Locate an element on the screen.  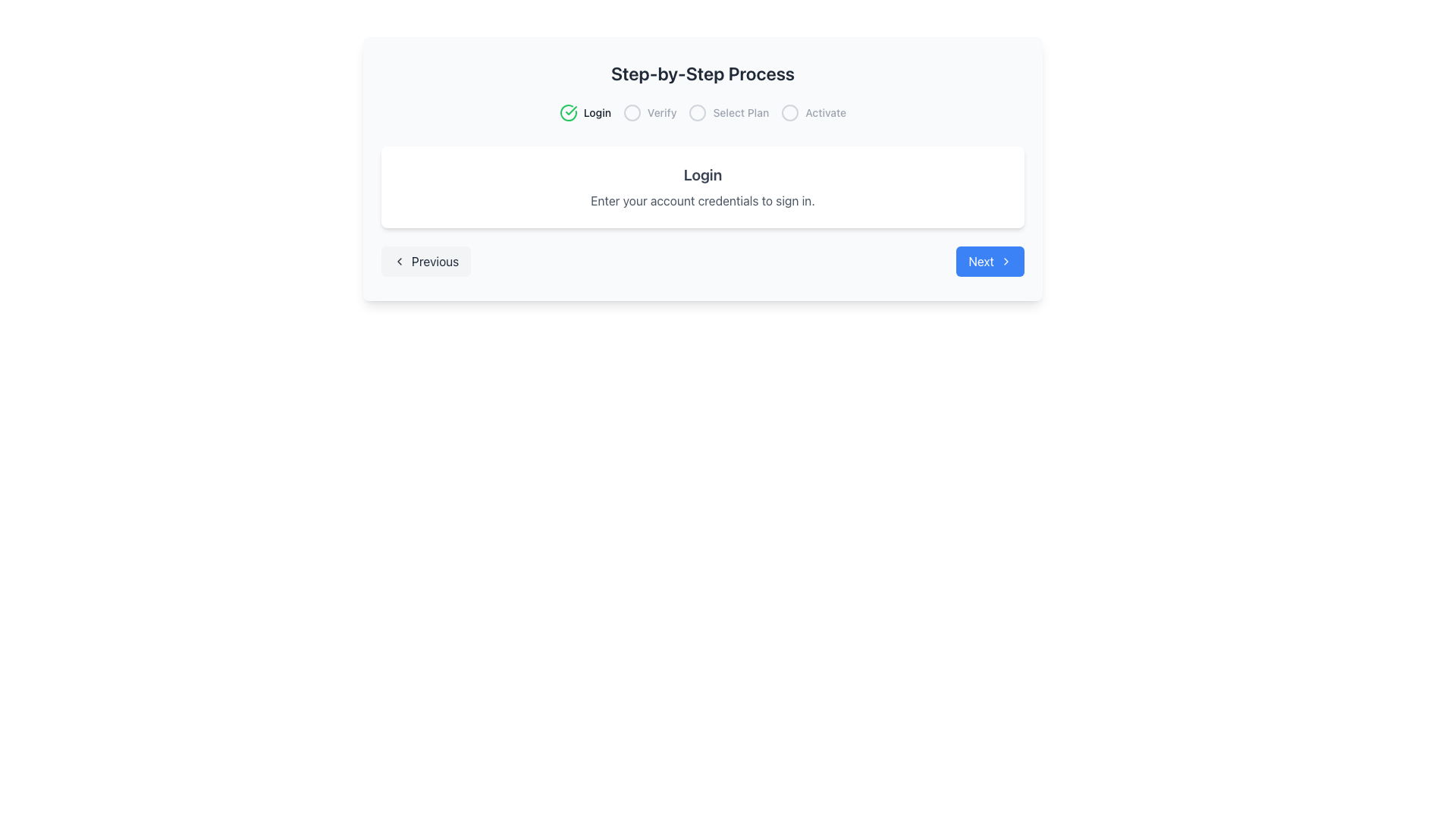
the Step indicator labeled 'Login' with a checkmark icon indicating completion, positioned under the 'Step-by-Step Process' header is located at coordinates (584, 112).